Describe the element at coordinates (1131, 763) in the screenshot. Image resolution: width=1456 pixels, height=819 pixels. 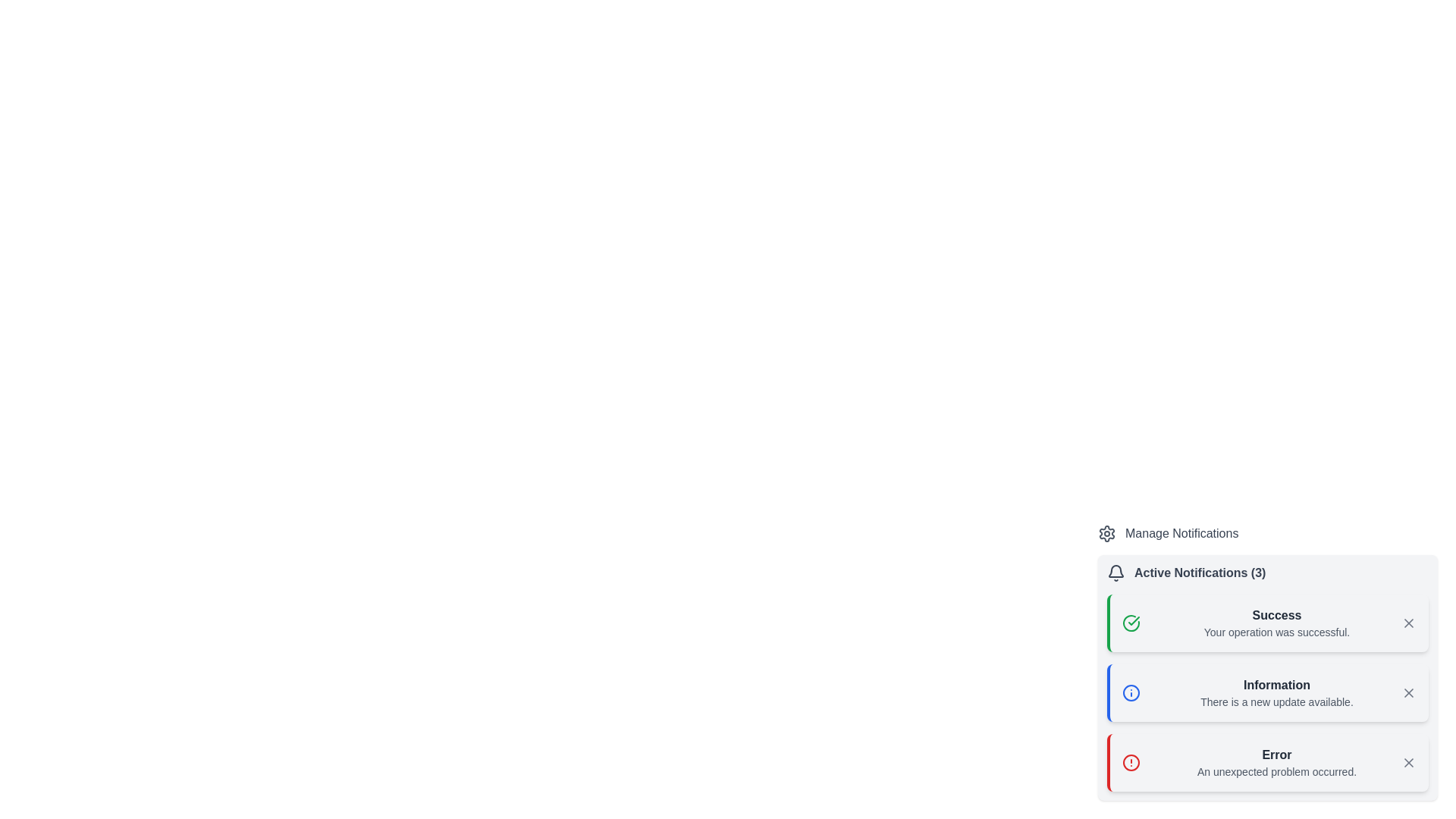
I see `the circular graphic element inside the red-bordered 'Error' notification icon, which is part of the notification list indicating an unexpected problem occurred` at that location.